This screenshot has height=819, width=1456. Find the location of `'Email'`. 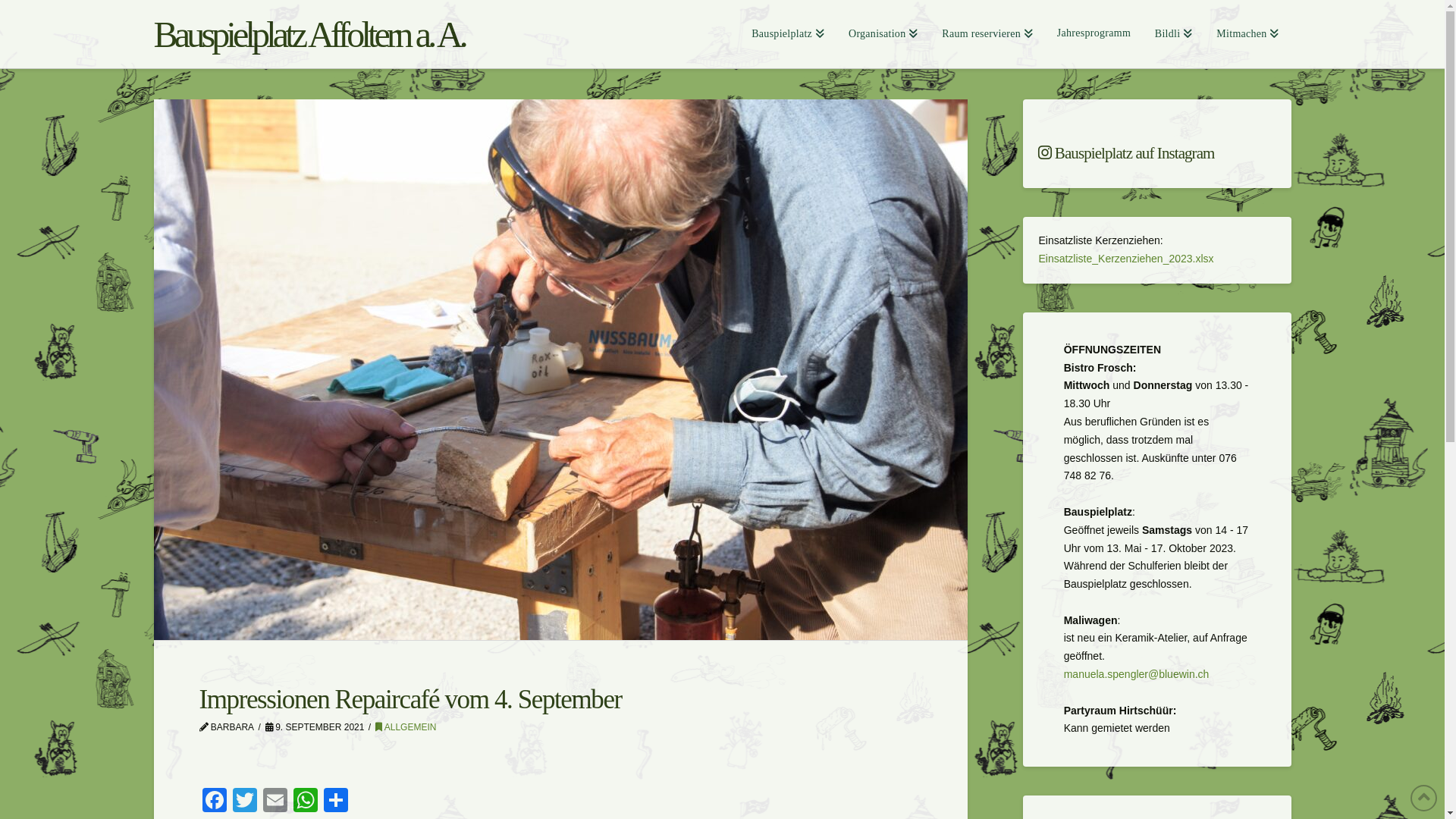

'Email' is located at coordinates (274, 801).